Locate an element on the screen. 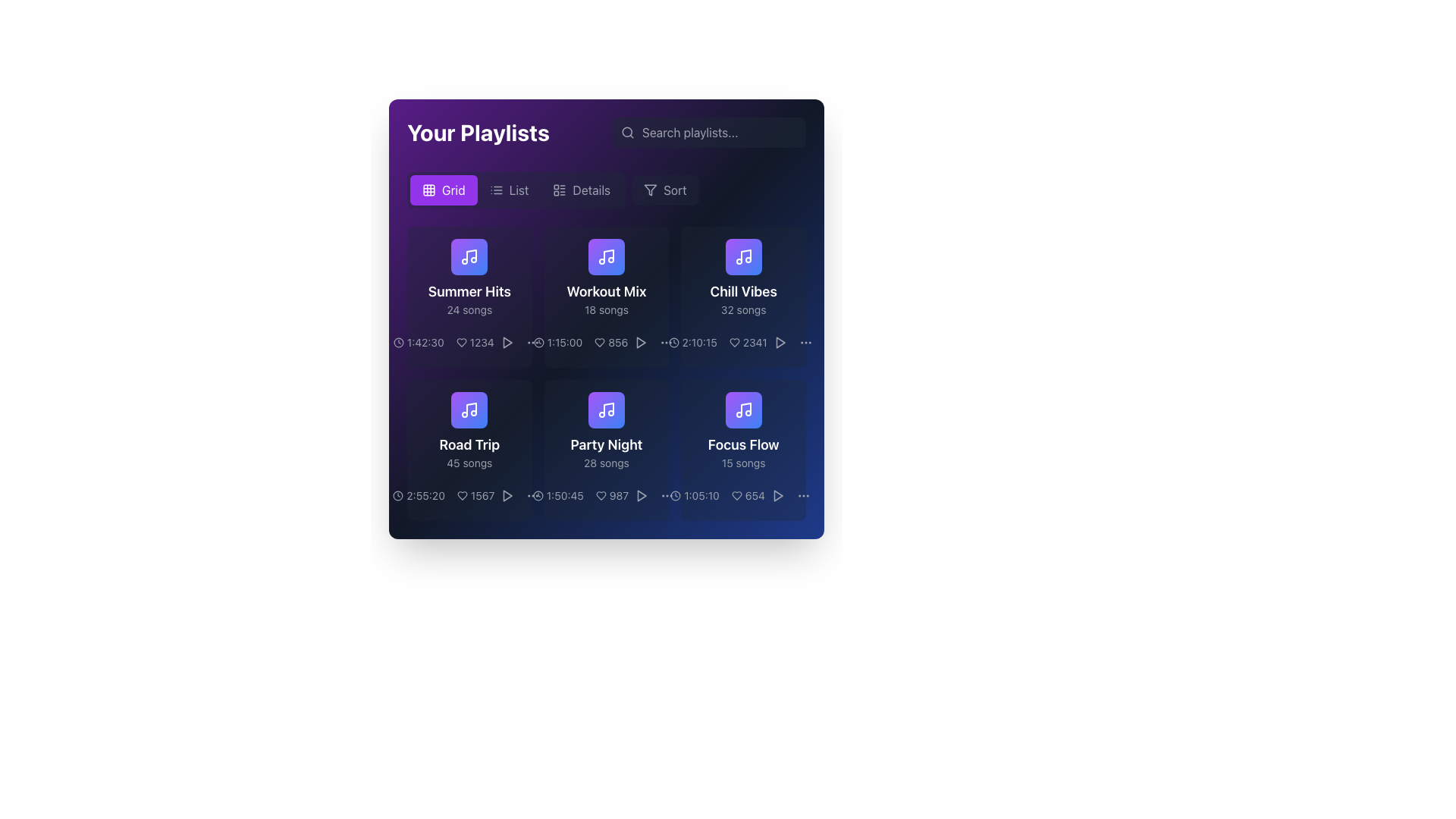 This screenshot has height=819, width=1456. the Icon button for the 'Workout Mix' playlist is located at coordinates (642, 342).